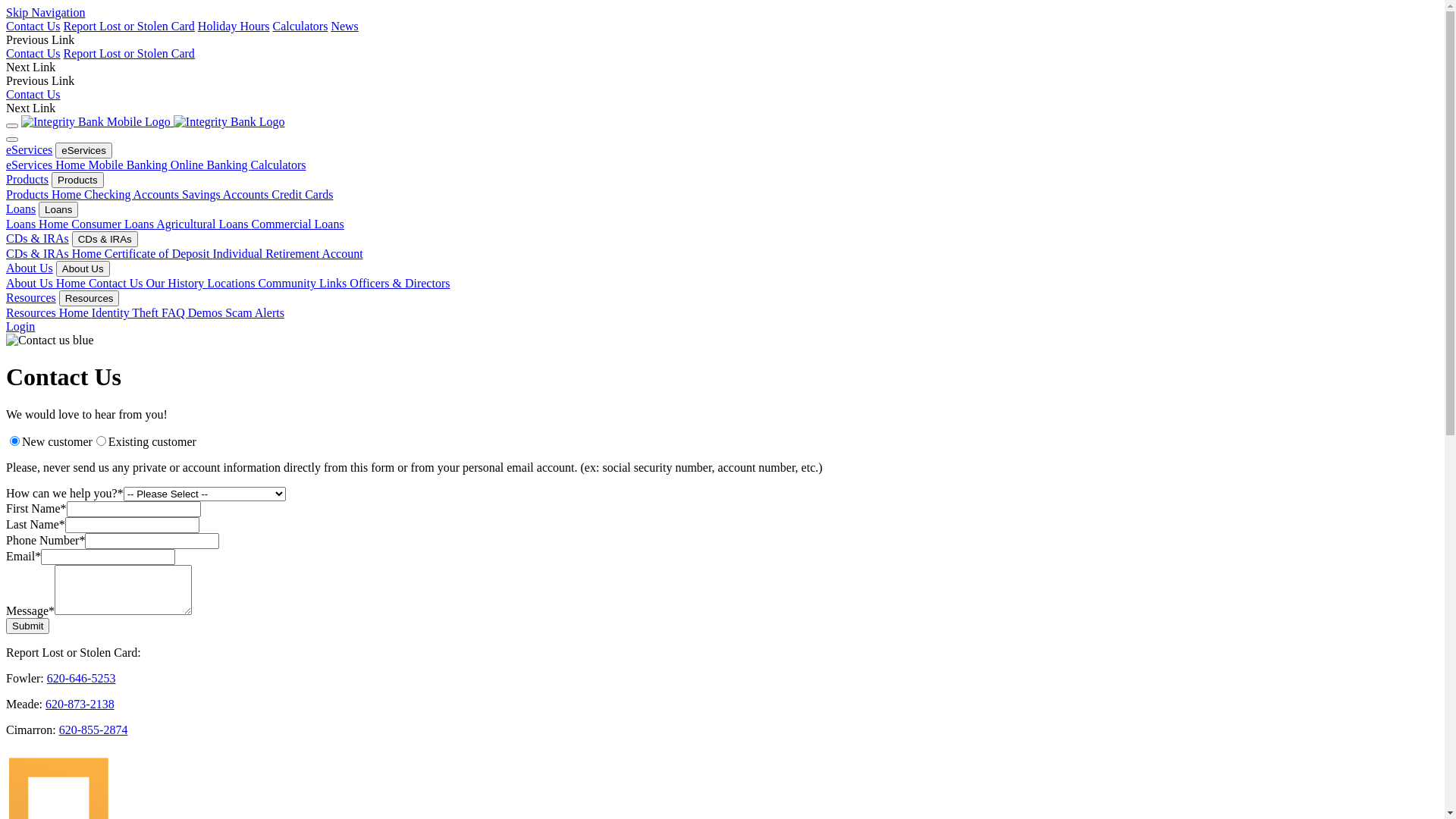 The width and height of the screenshot is (1456, 819). Describe the element at coordinates (82, 268) in the screenshot. I see `'About Us'` at that location.